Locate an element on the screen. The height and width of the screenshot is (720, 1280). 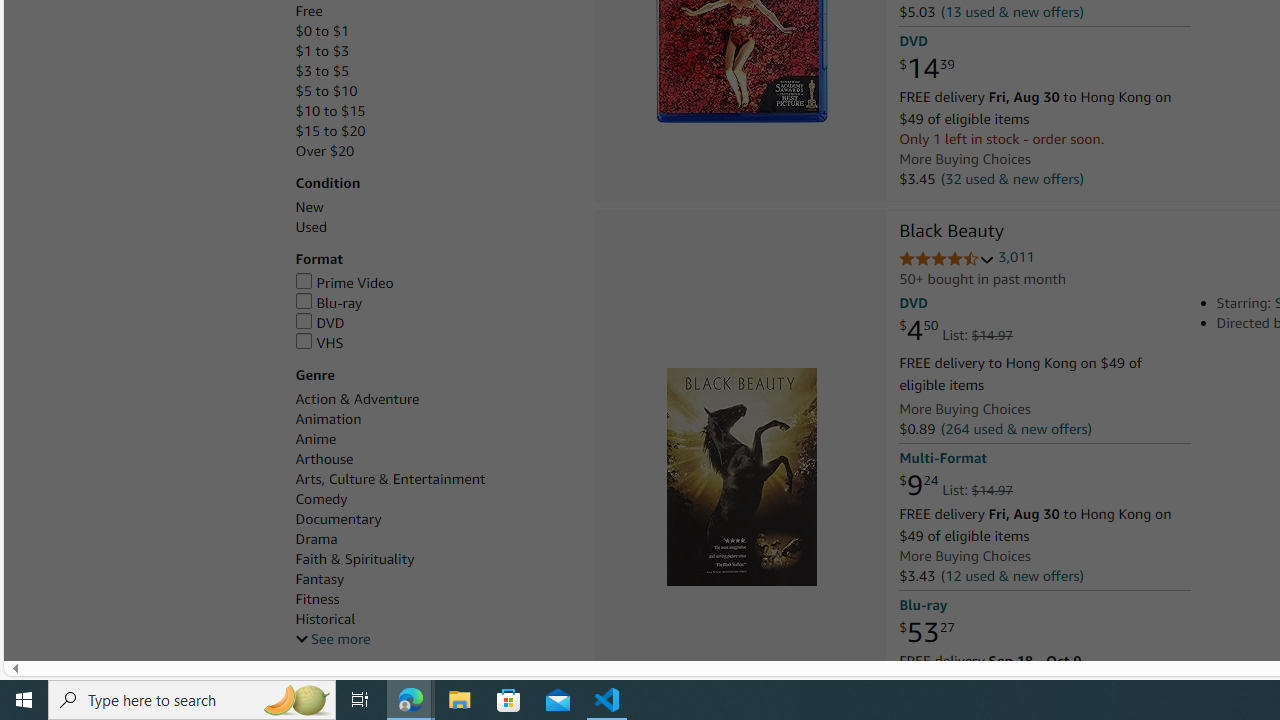
'(13 used & new offers)' is located at coordinates (1011, 12).